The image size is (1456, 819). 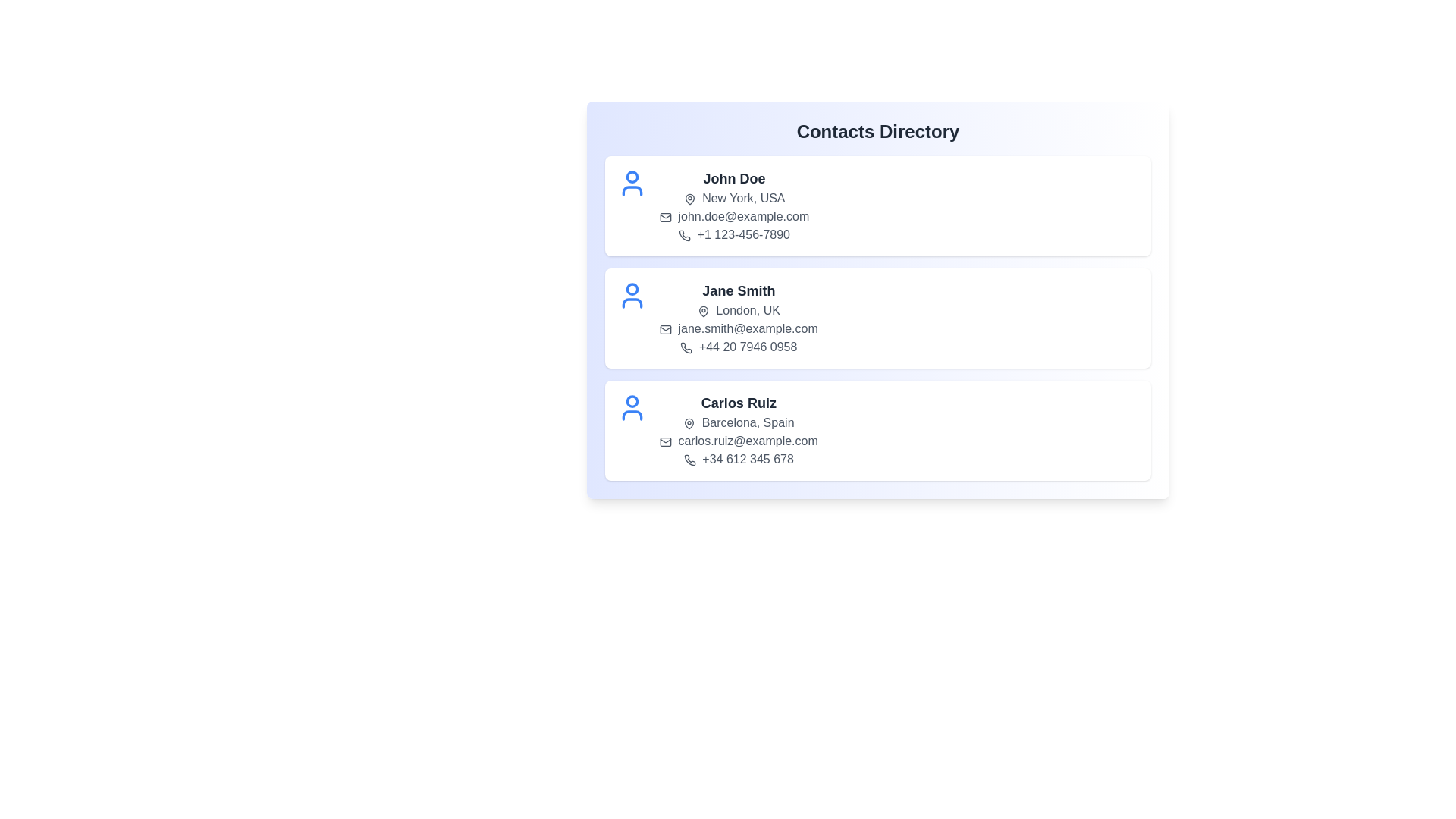 I want to click on the contact list item for John Doe, so click(x=877, y=206).